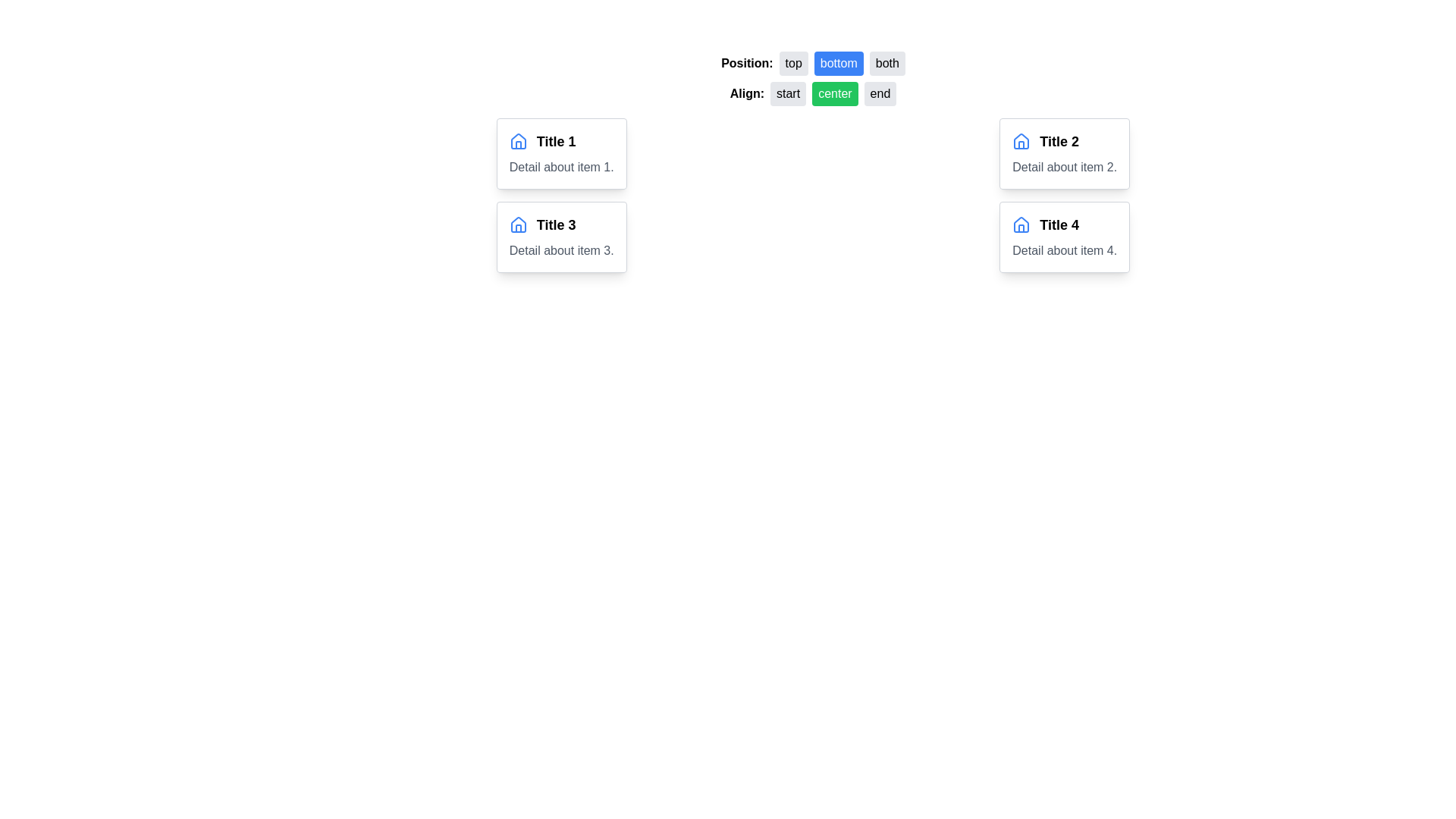  What do you see at coordinates (1021, 225) in the screenshot?
I see `the blue house icon located to the left of the text labeled 'Title 4'` at bounding box center [1021, 225].